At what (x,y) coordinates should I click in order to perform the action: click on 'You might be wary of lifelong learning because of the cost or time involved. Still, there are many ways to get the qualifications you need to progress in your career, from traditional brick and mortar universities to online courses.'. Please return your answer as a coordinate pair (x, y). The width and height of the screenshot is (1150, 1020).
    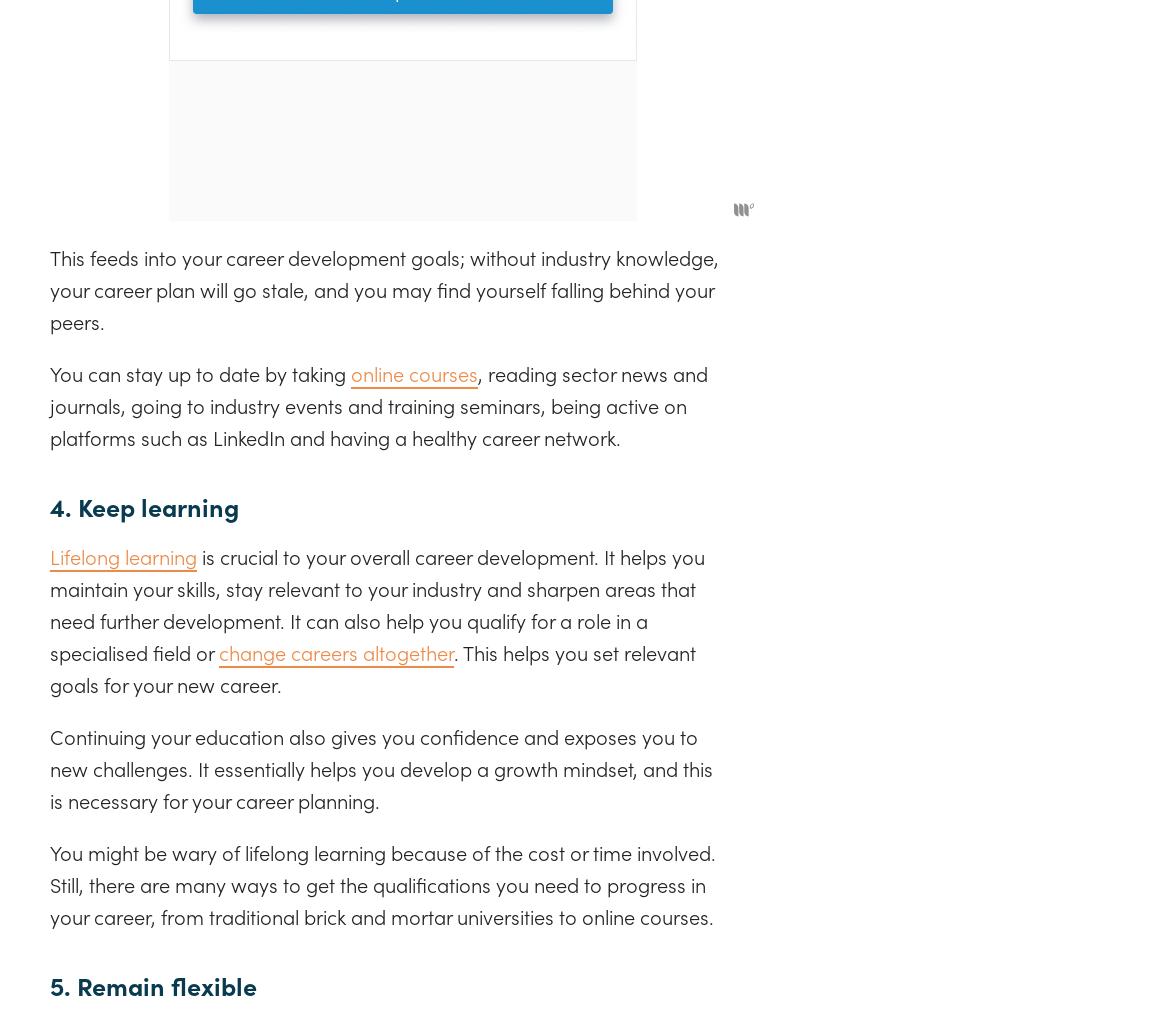
    Looking at the image, I should click on (49, 882).